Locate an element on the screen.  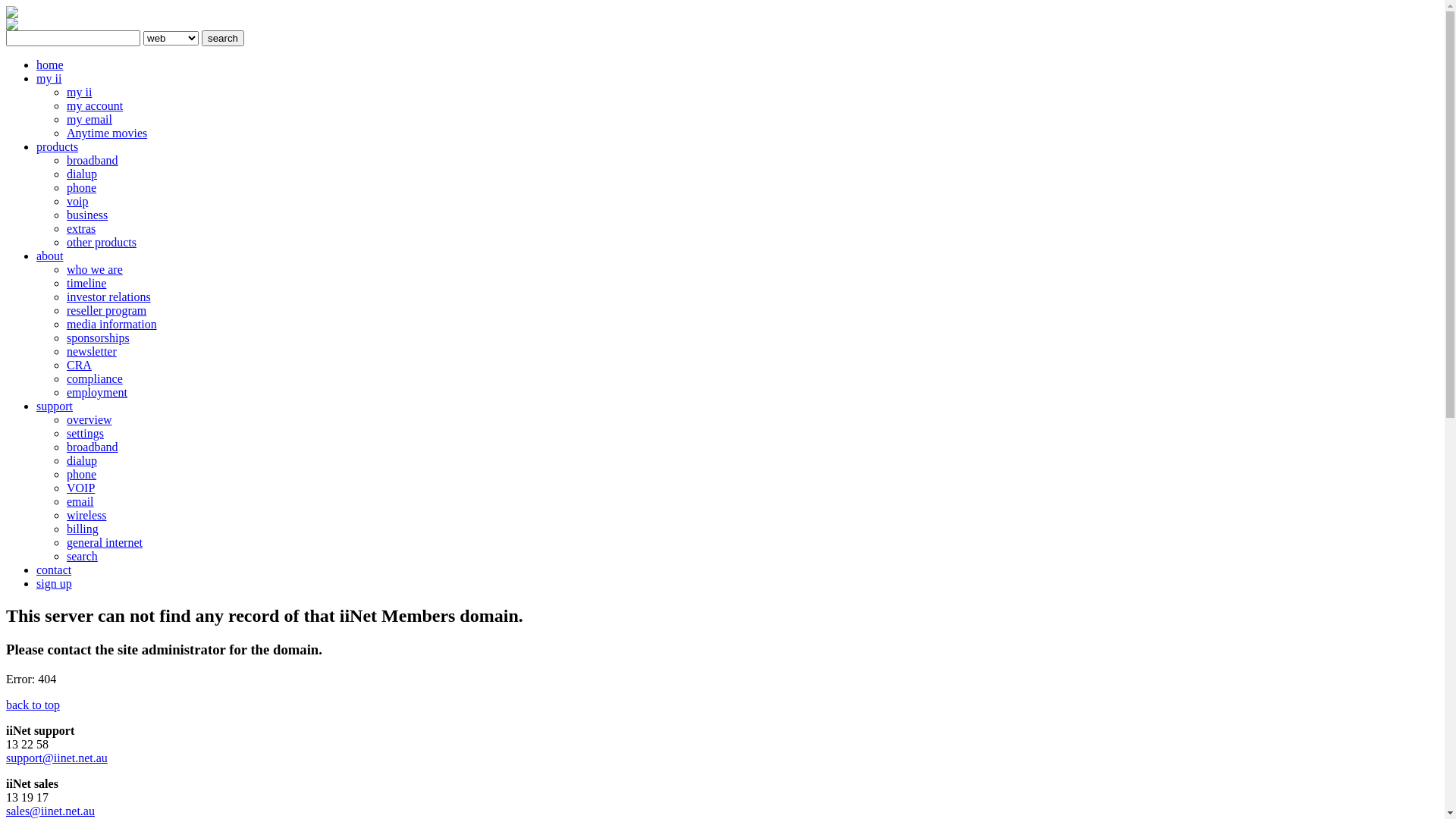
'CRA' is located at coordinates (65, 365).